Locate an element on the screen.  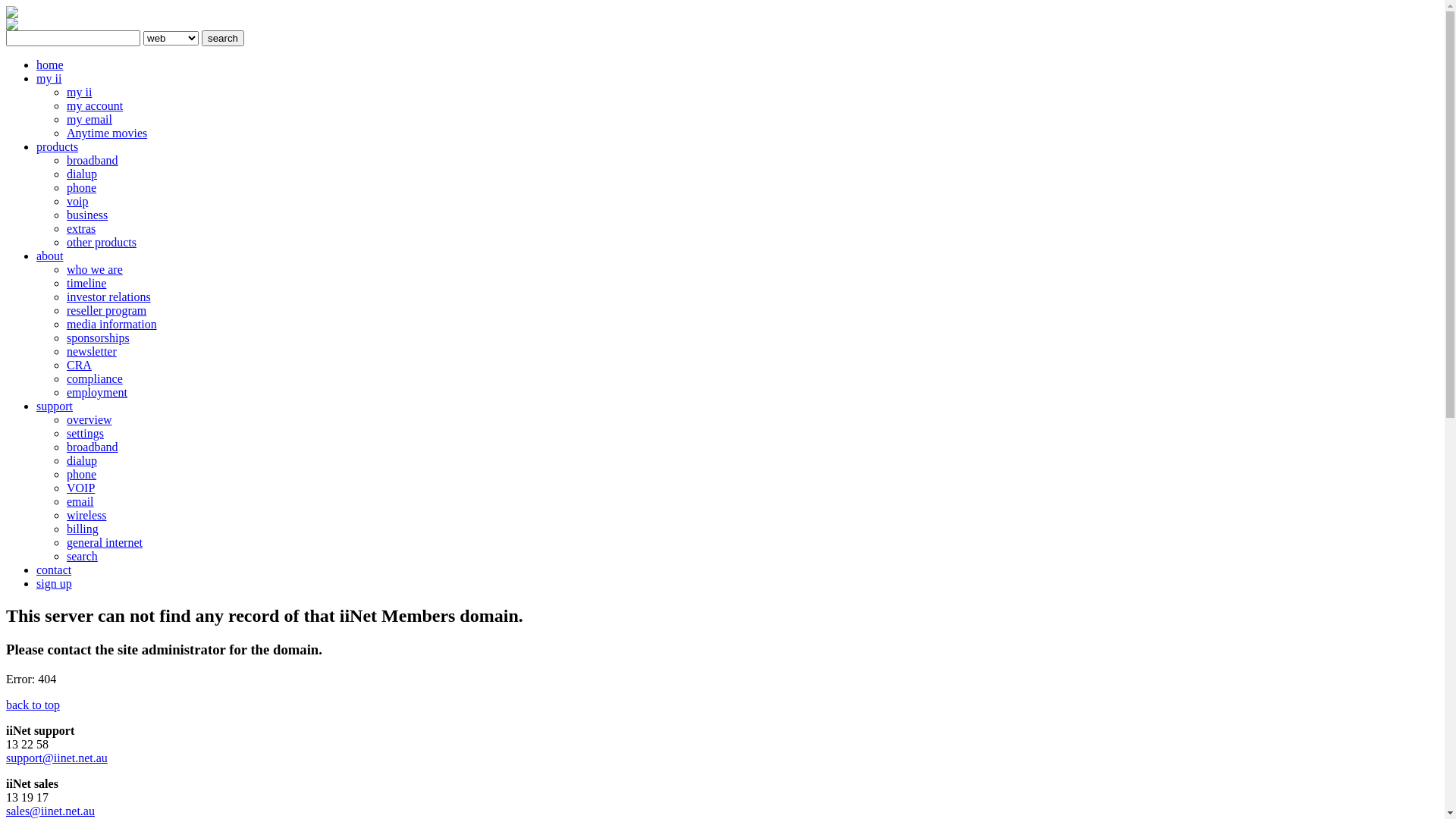
'CRA' is located at coordinates (65, 365).